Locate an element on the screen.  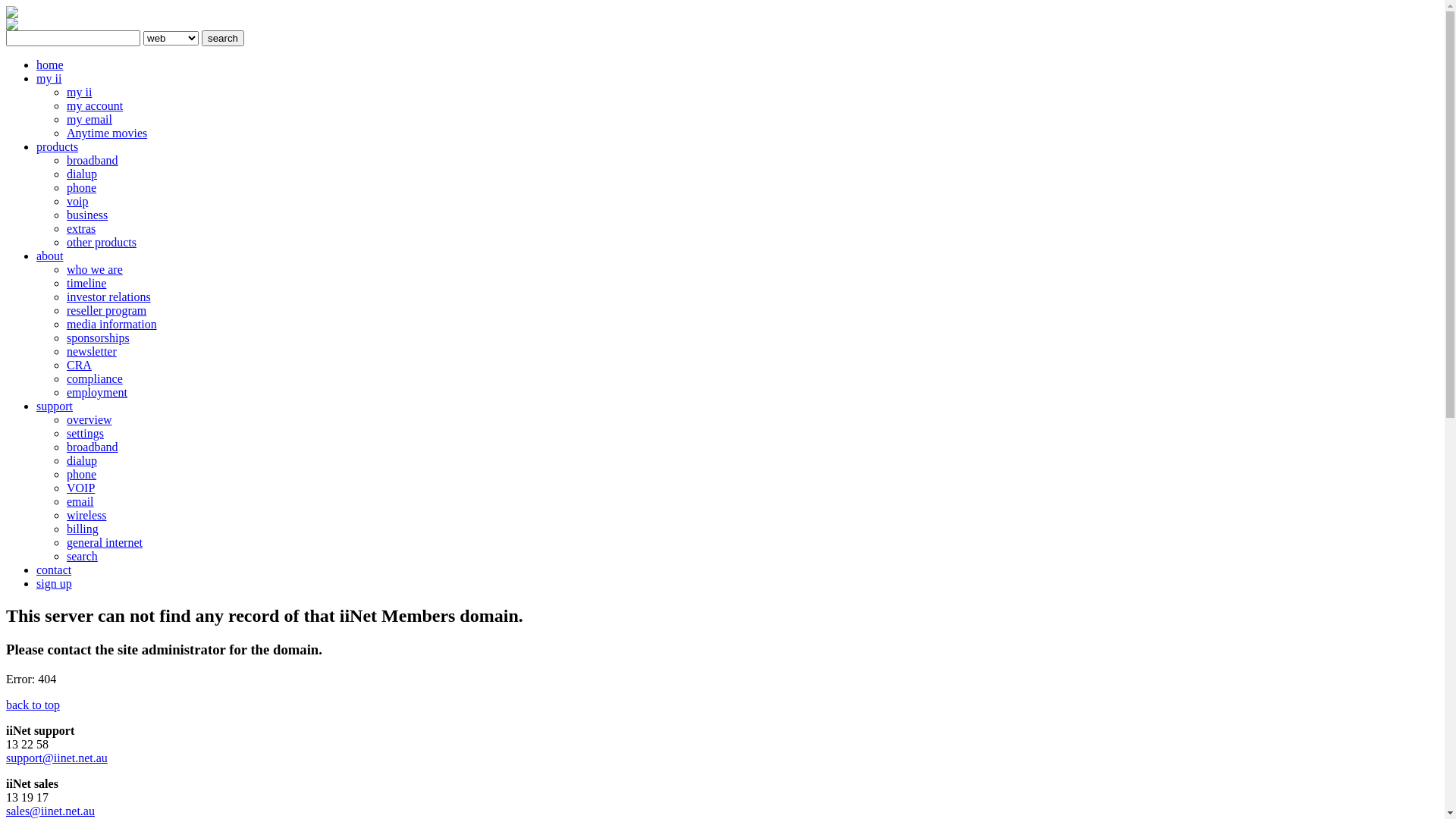
'CRA' is located at coordinates (65, 365).